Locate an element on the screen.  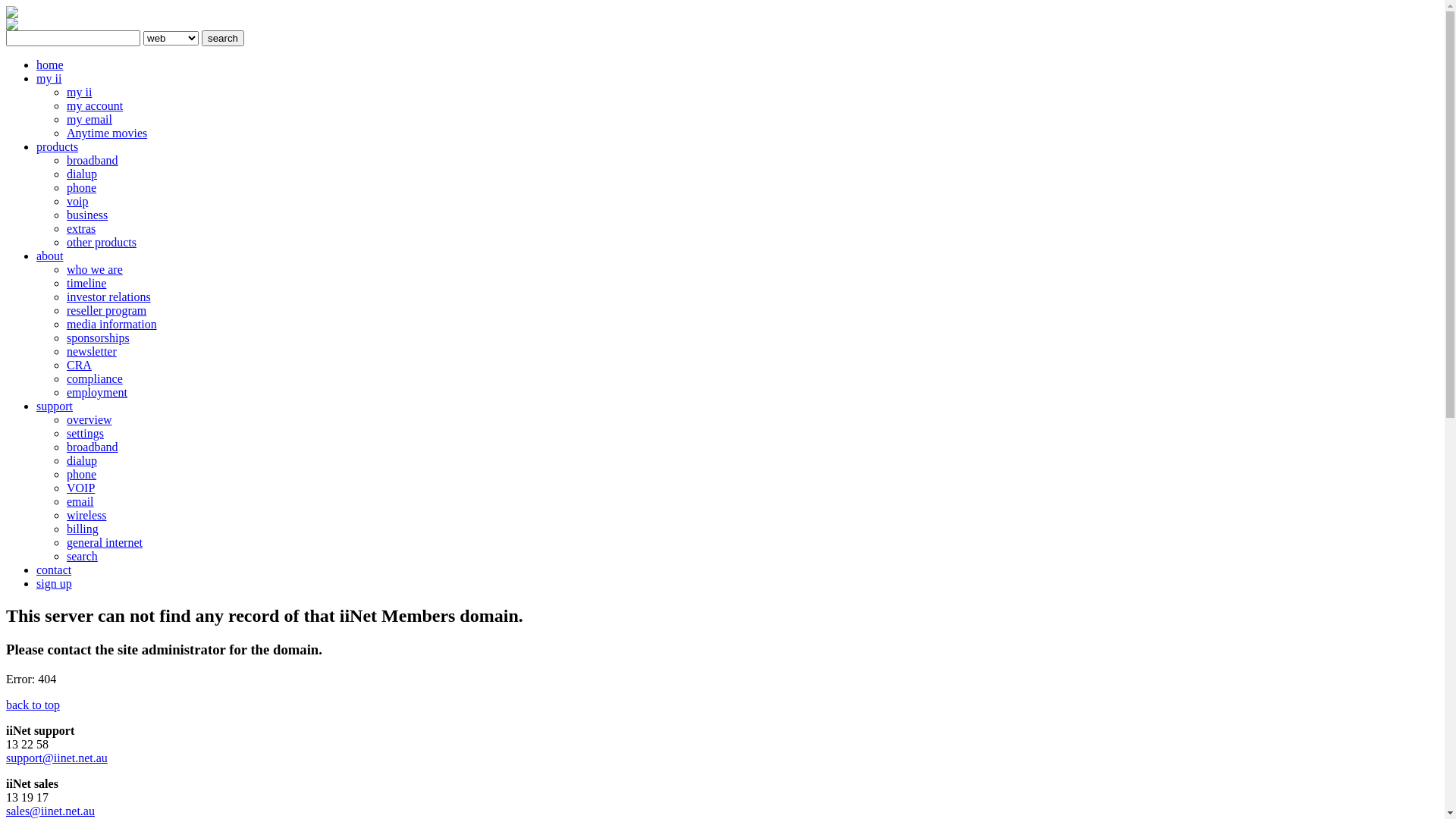
'CRA' is located at coordinates (65, 365).